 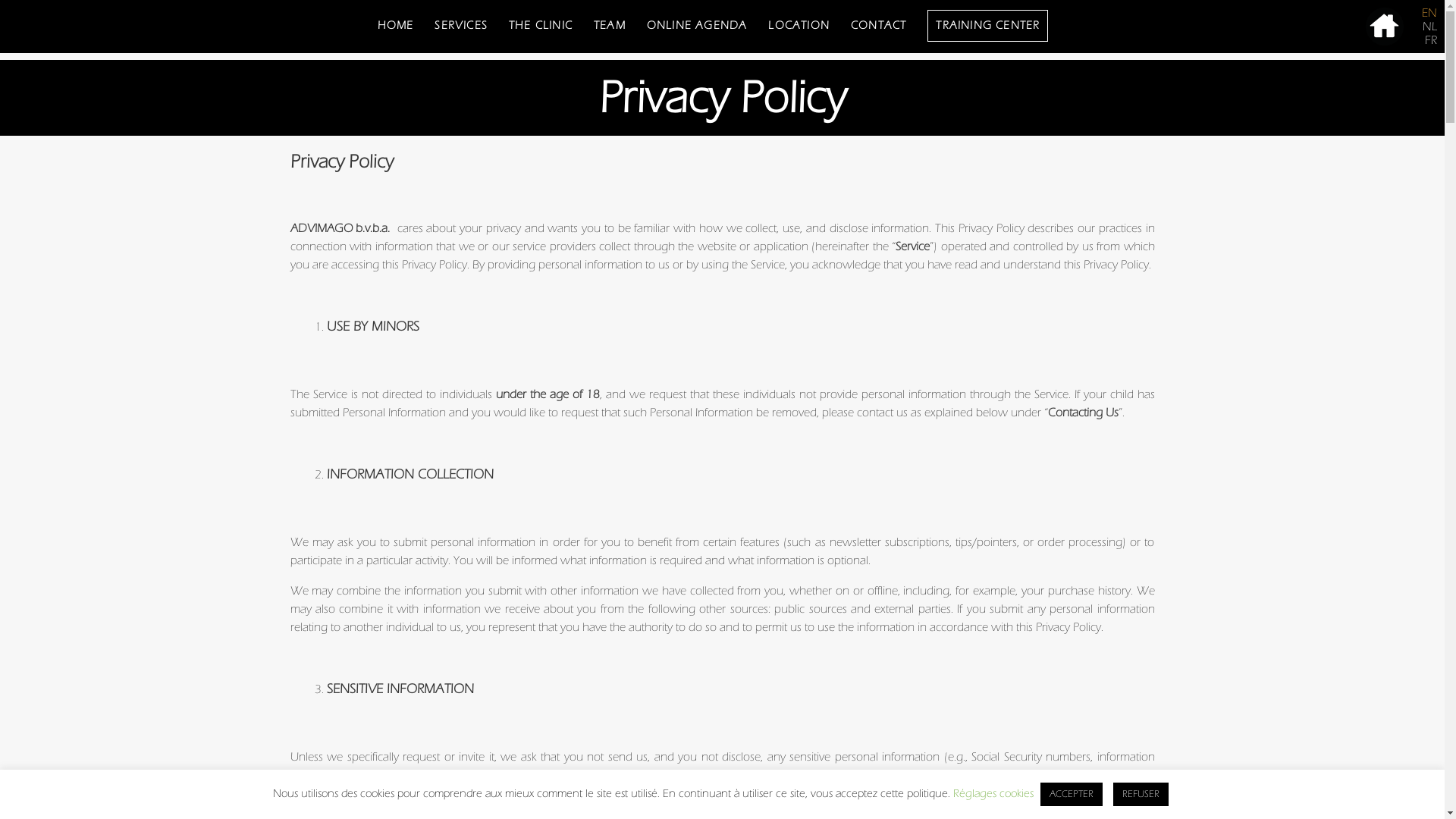 I want to click on 'HOME', so click(x=396, y=24).